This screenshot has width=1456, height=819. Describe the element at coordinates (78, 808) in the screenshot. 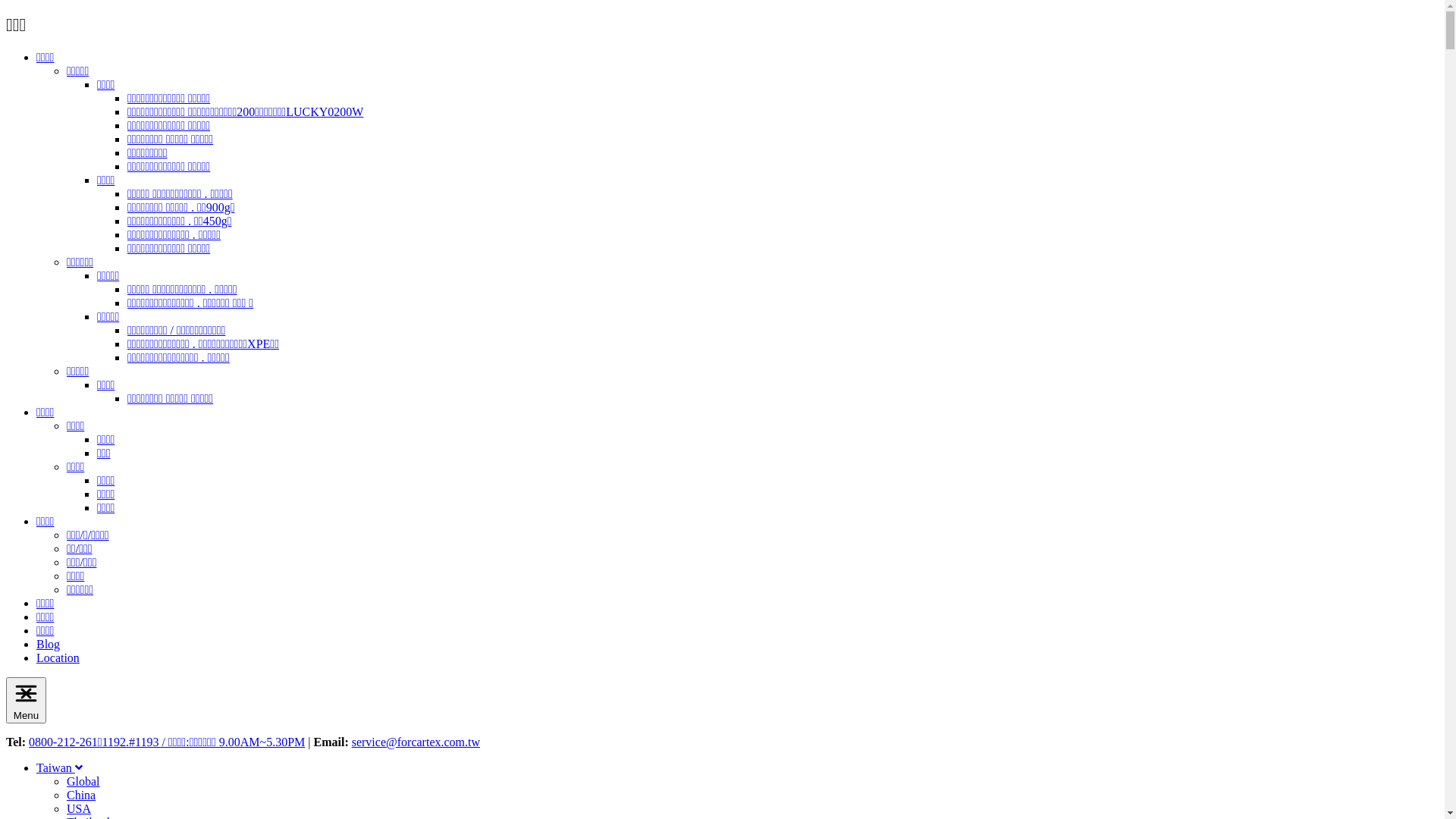

I see `'USA'` at that location.